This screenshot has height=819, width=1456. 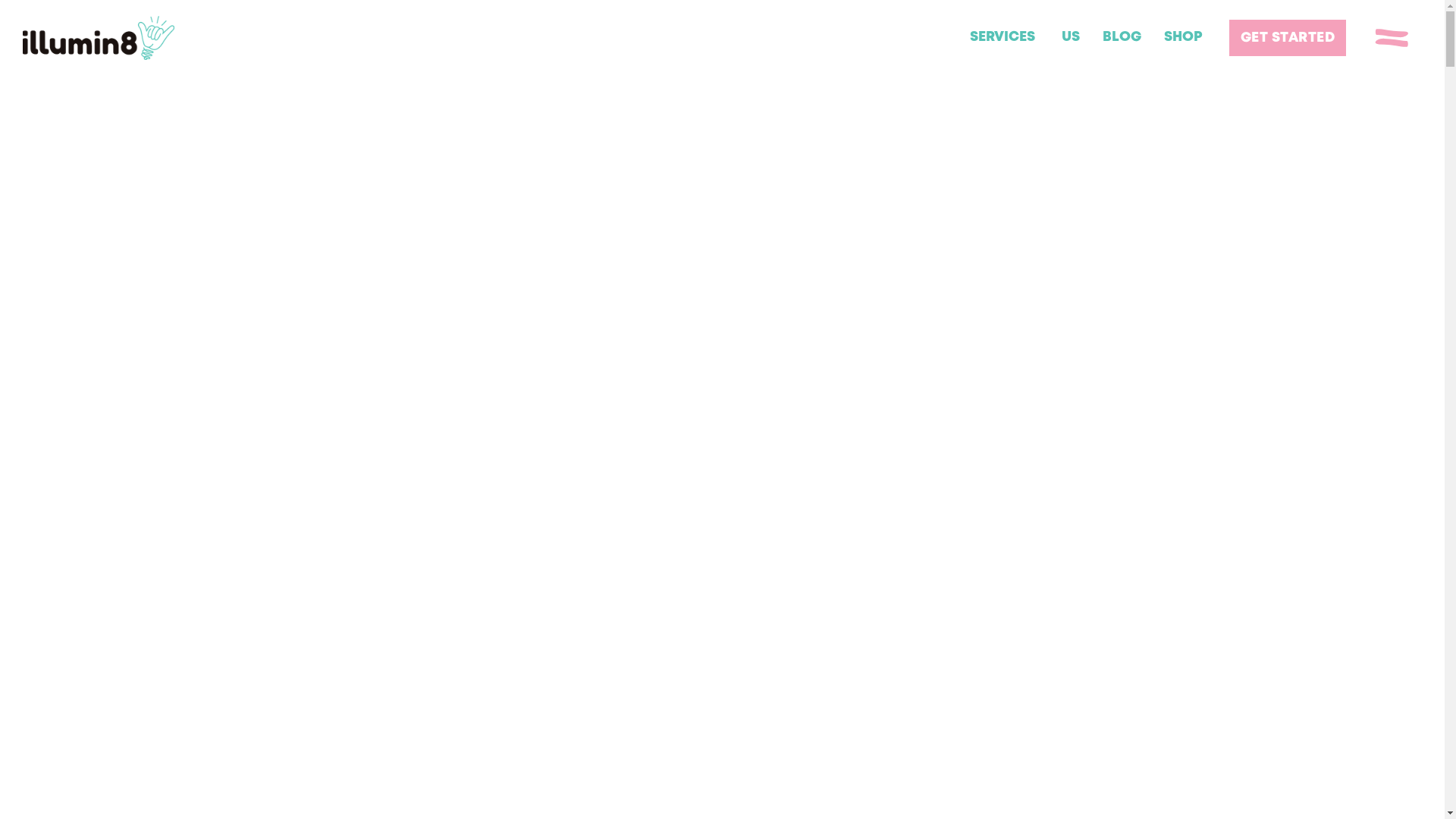 I want to click on 'SHOP', so click(x=1182, y=37).